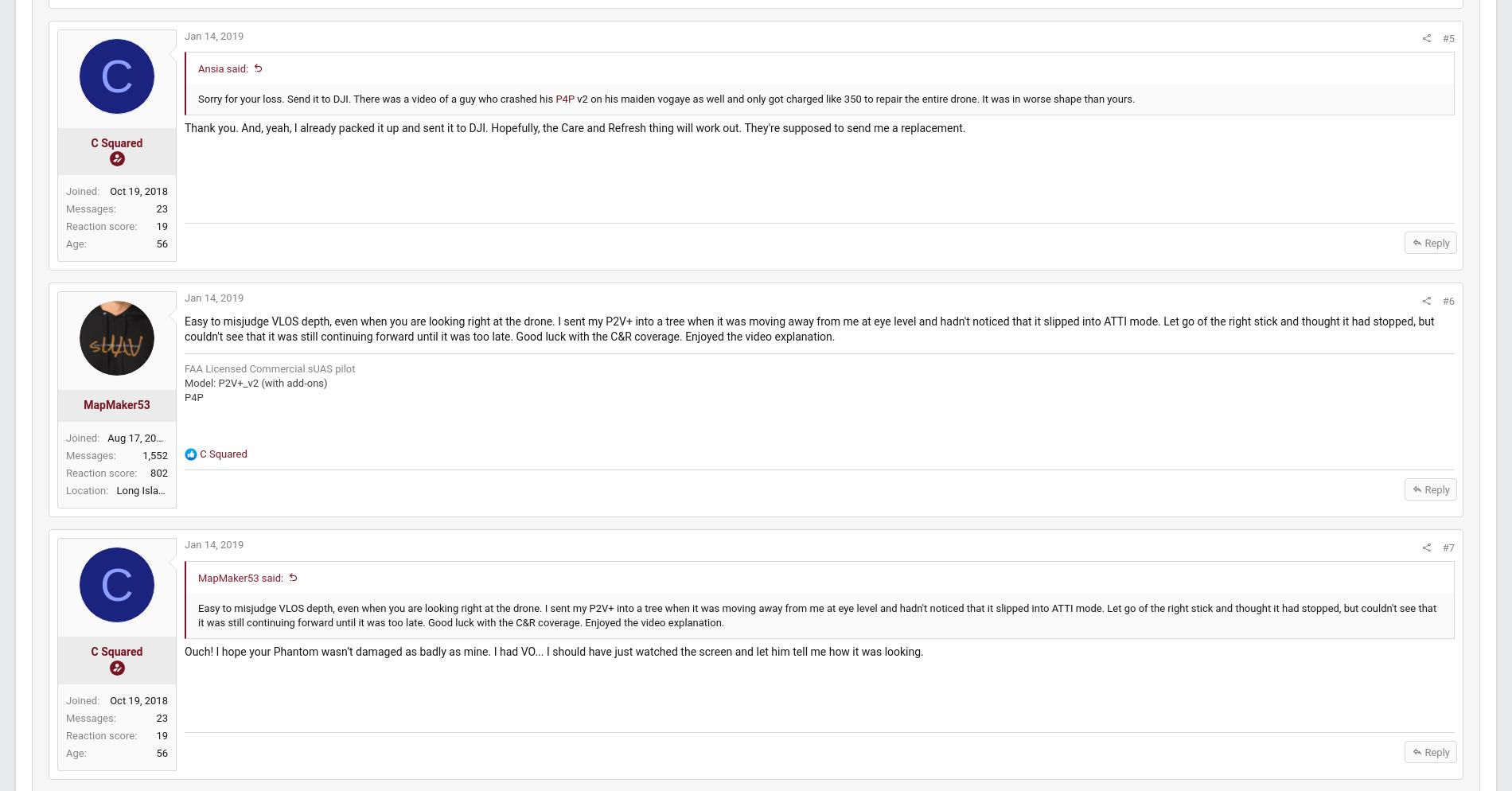 This screenshot has width=1512, height=791. Describe the element at coordinates (259, 84) in the screenshot. I see `'Ansia said:'` at that location.